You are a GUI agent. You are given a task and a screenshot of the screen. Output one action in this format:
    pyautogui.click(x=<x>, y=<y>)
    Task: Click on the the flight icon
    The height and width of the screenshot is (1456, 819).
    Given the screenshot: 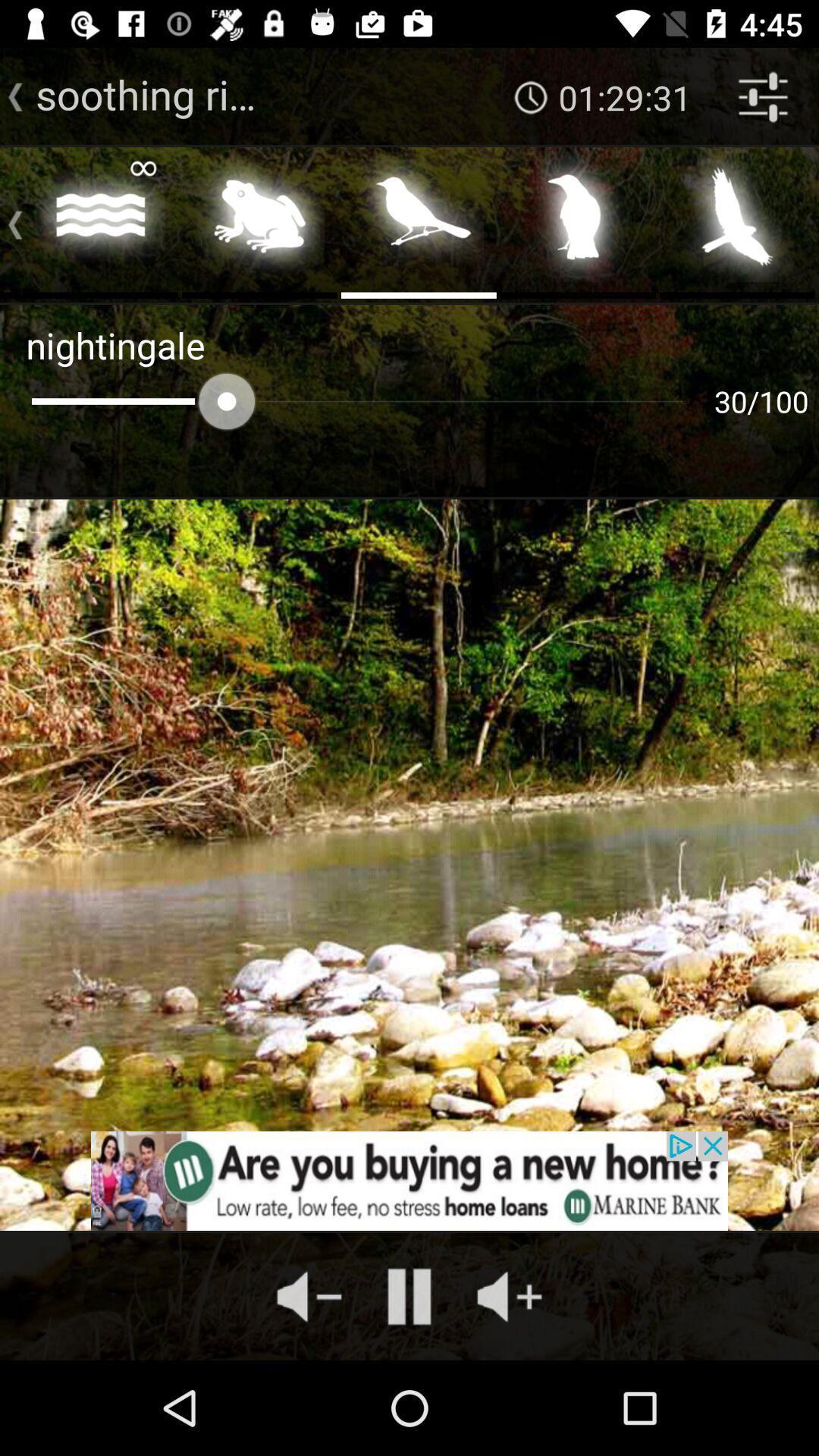 What is the action you would take?
    pyautogui.click(x=736, y=221)
    